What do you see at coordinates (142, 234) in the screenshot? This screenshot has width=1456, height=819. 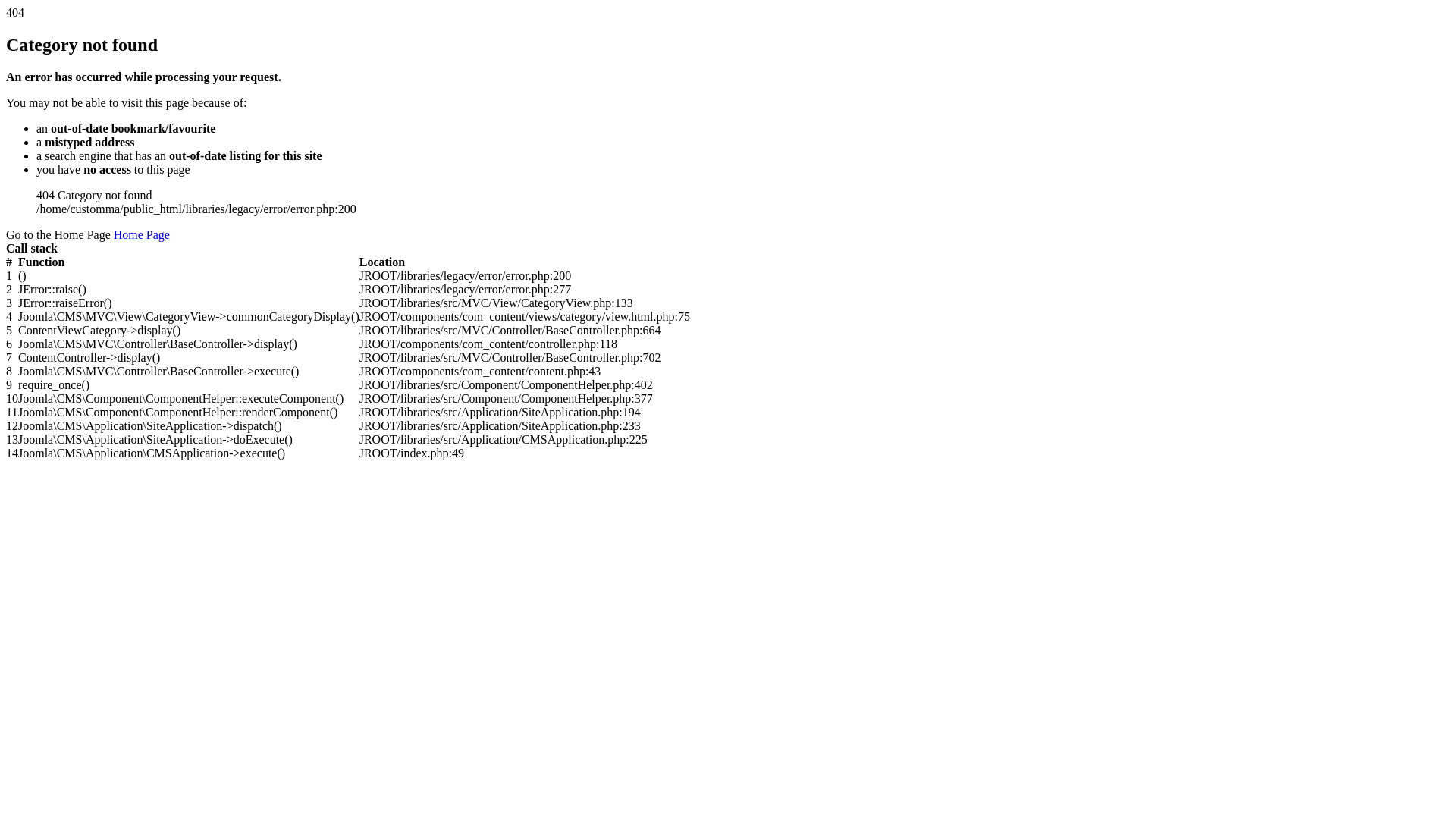 I see `'Home Page'` at bounding box center [142, 234].